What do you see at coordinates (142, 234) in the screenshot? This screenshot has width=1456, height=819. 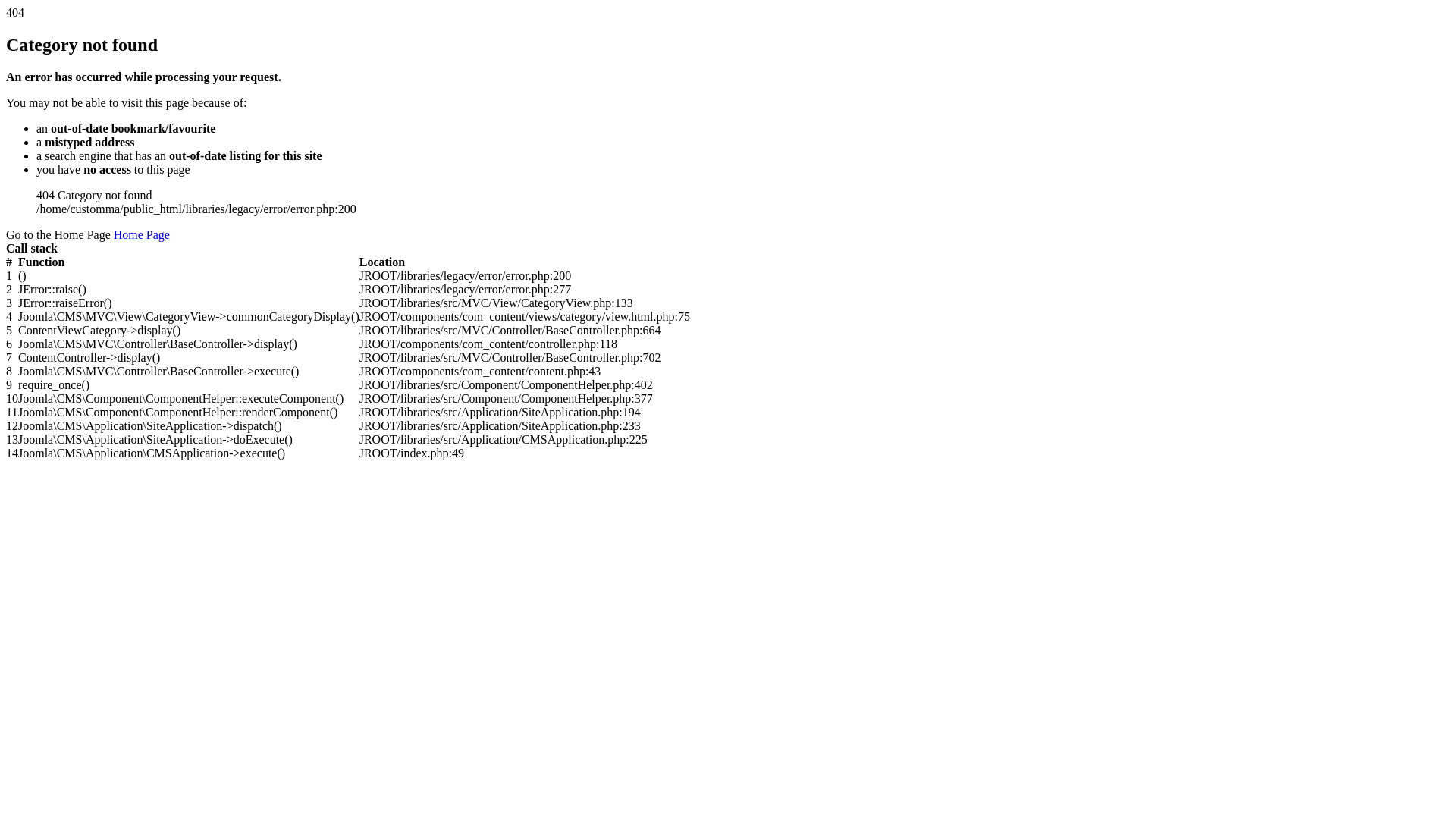 I see `'Home Page'` at bounding box center [142, 234].